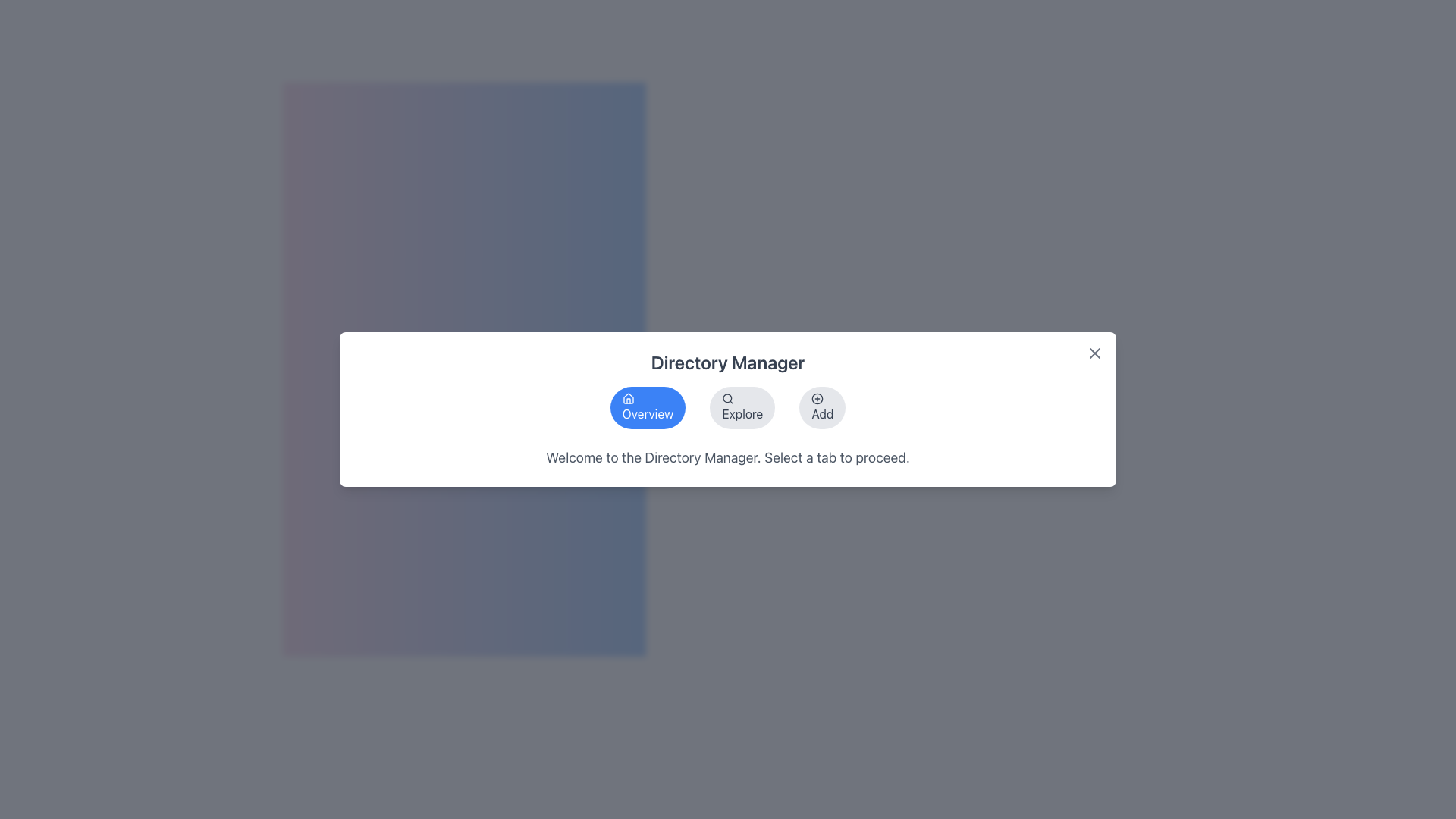  What do you see at coordinates (821, 406) in the screenshot?
I see `the third button in the 'Directory Manager' modal` at bounding box center [821, 406].